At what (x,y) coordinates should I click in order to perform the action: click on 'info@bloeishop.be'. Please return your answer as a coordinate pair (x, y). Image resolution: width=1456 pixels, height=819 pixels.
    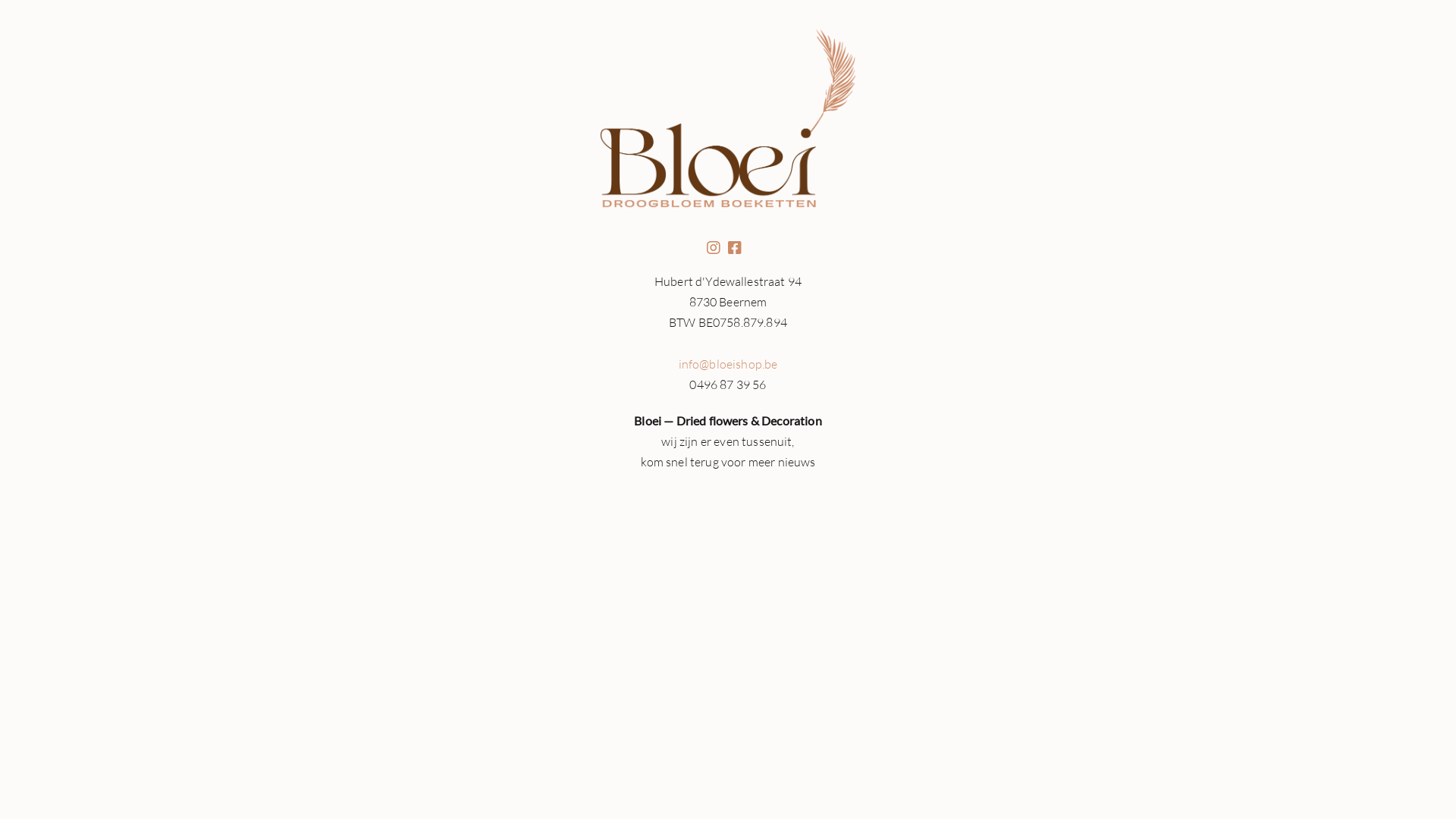
    Looking at the image, I should click on (728, 363).